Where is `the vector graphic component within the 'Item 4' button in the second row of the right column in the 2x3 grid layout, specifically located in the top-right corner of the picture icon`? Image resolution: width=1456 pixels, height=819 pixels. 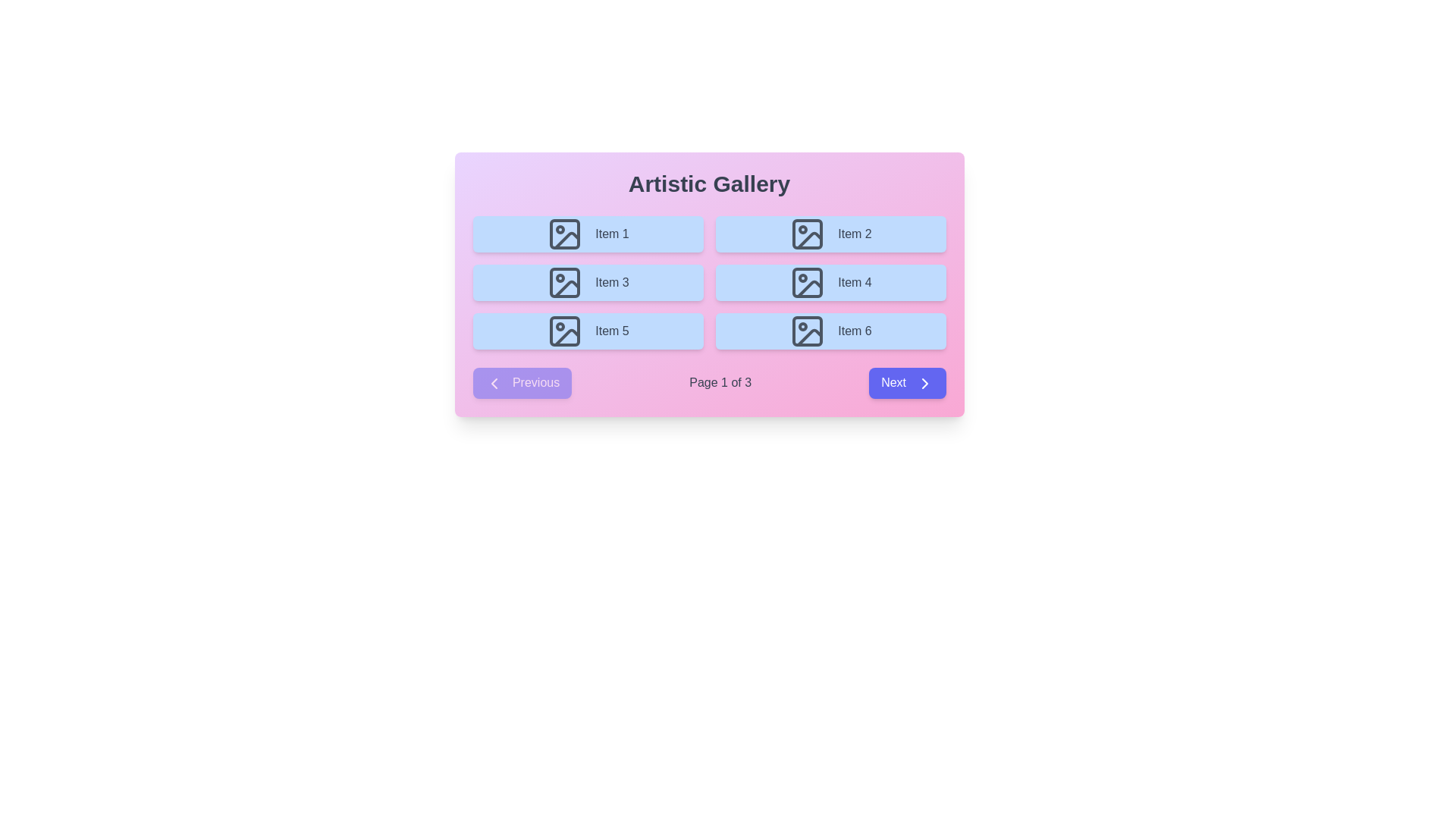
the vector graphic component within the 'Item 4' button in the second row of the right column in the 2x3 grid layout, specifically located in the top-right corner of the picture icon is located at coordinates (809, 289).